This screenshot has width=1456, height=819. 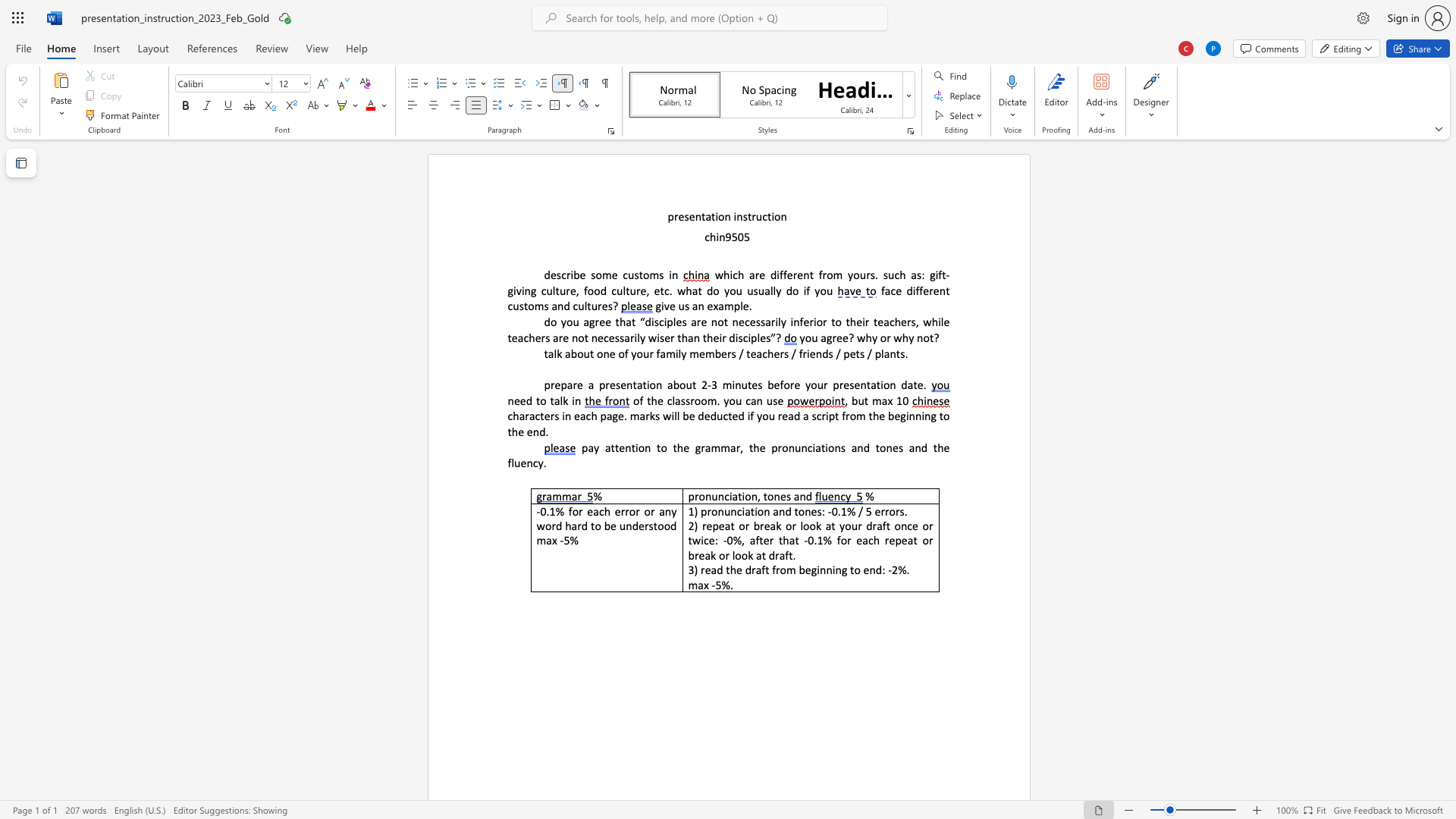 I want to click on the 4th character "o" in the text, so click(x=818, y=321).